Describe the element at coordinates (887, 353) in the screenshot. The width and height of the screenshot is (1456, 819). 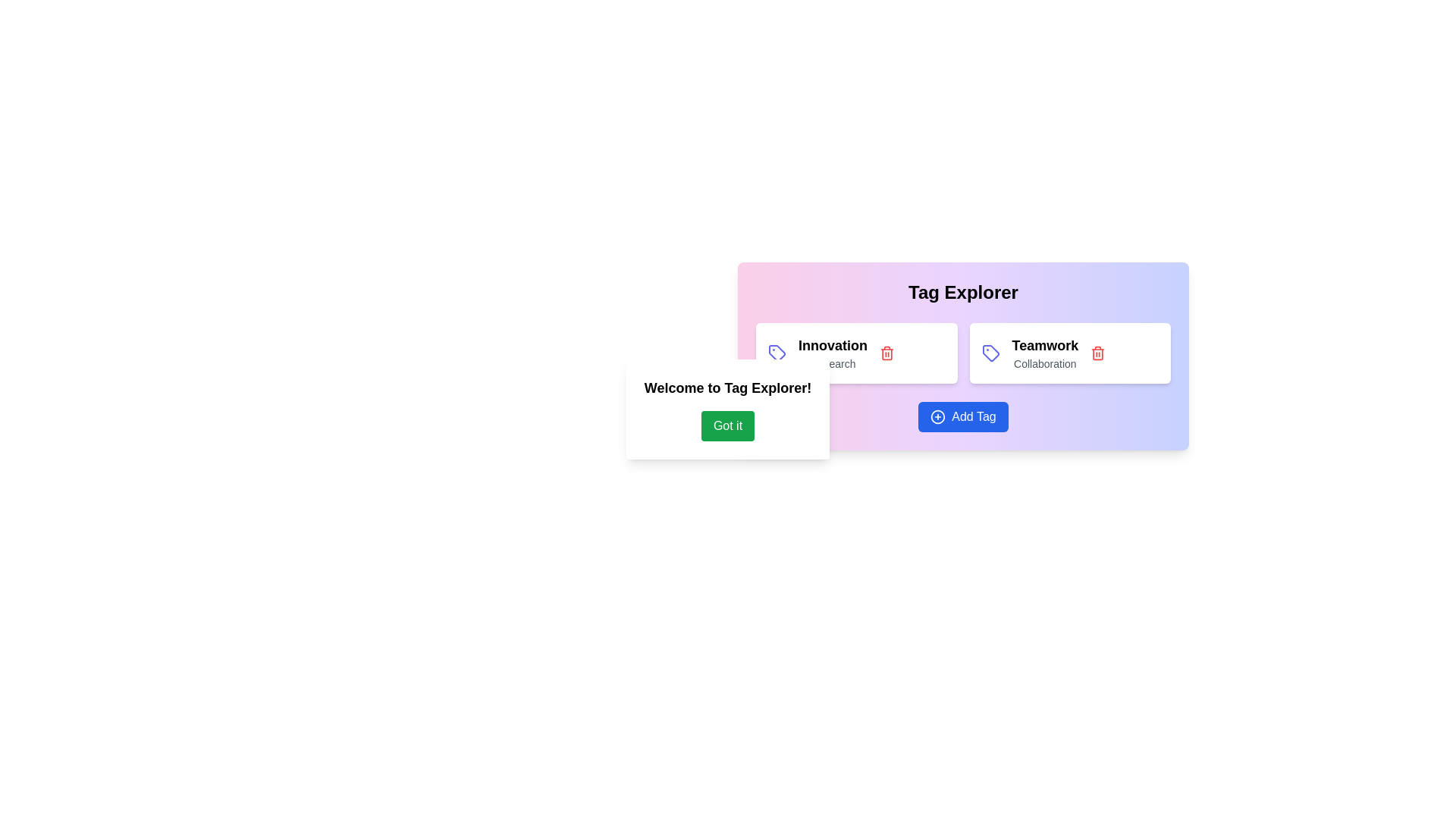
I see `the trash can icon representing the delete action within the control elements of the 'Innovation' tag, located to the left of the 'Add Tag' button` at that location.